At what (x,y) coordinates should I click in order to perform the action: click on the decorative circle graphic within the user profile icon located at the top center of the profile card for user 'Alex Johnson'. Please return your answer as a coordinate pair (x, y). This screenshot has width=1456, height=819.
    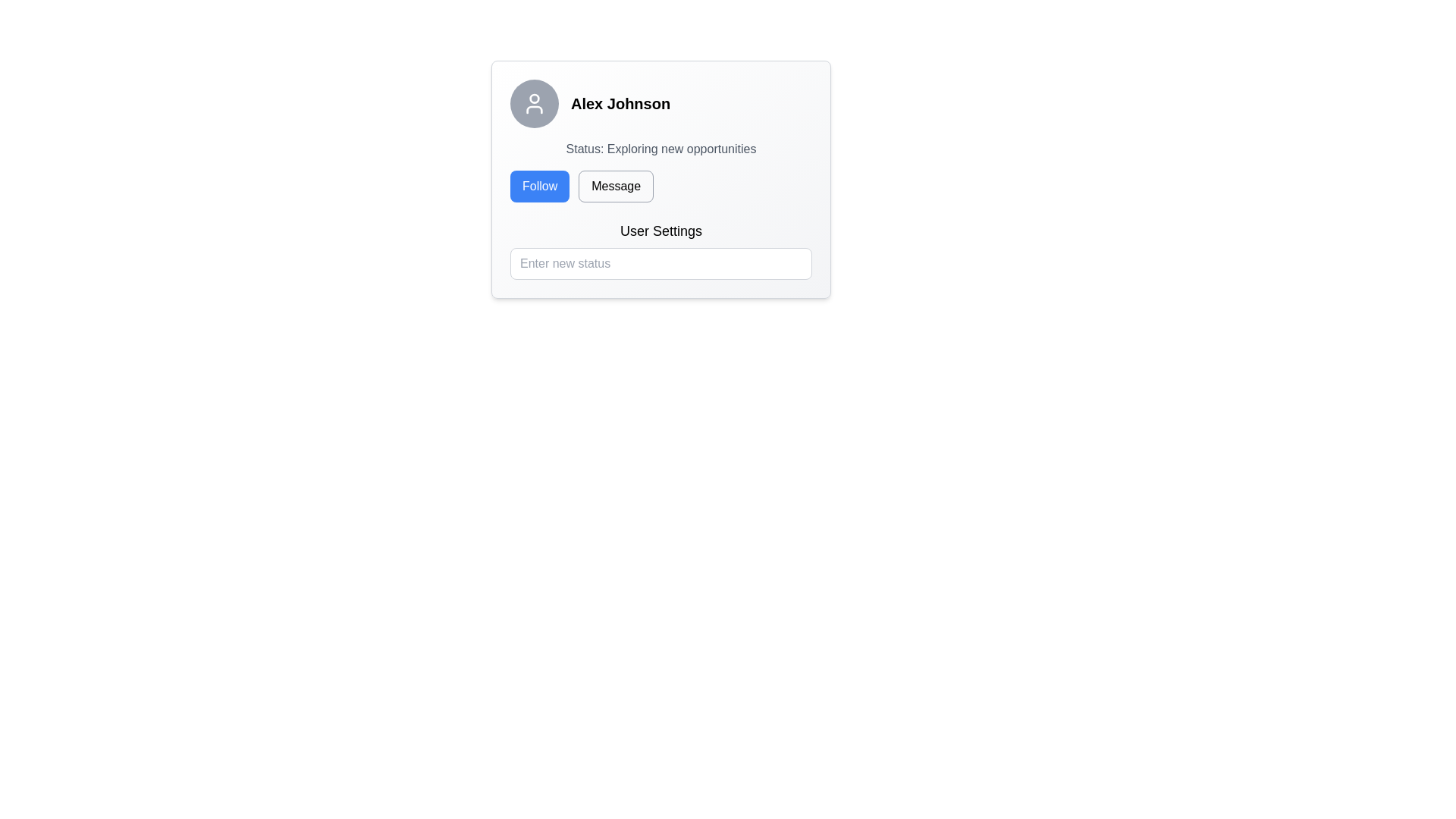
    Looking at the image, I should click on (535, 99).